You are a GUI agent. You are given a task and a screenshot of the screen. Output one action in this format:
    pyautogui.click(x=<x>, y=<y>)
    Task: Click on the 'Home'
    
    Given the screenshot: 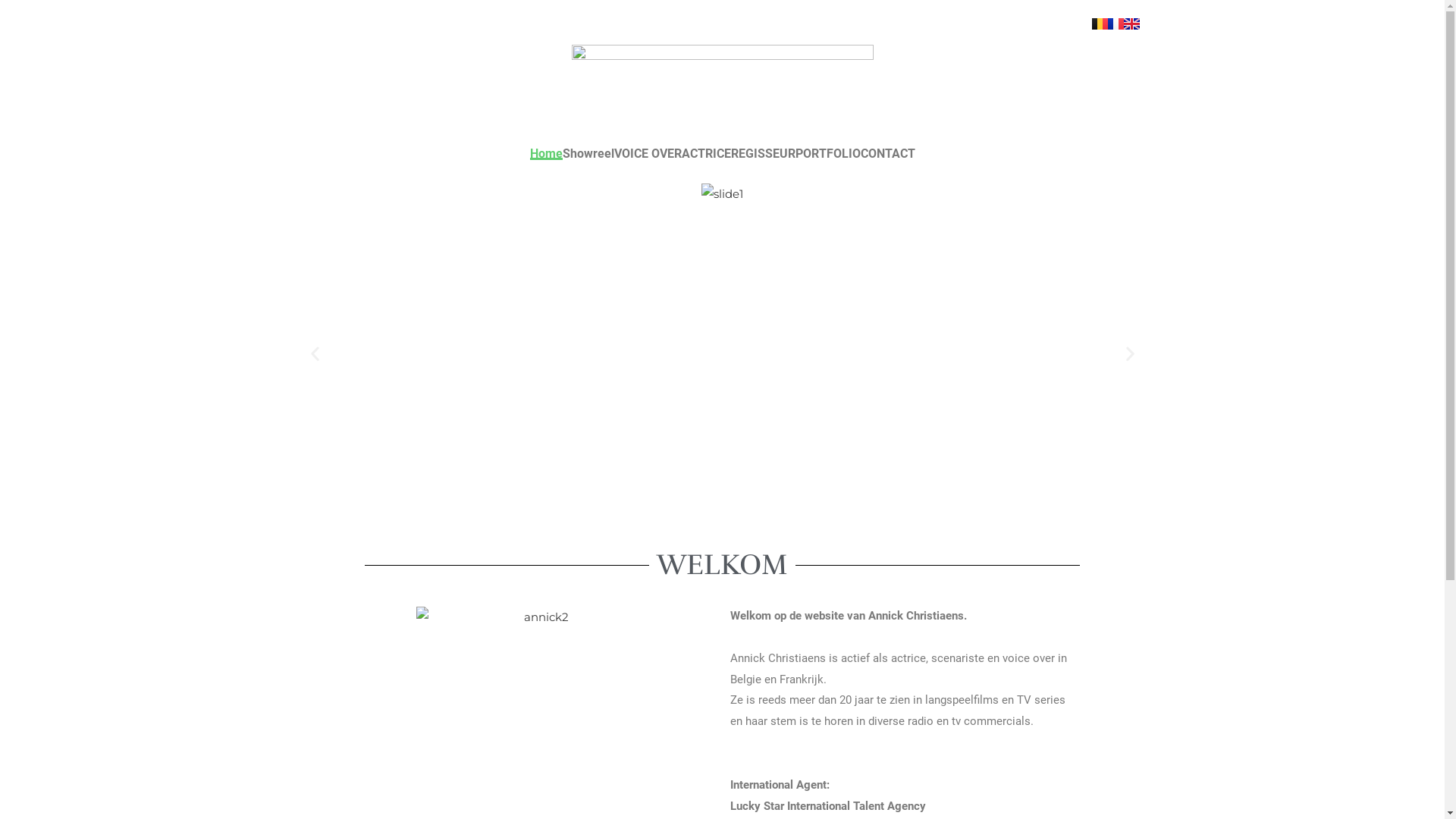 What is the action you would take?
    pyautogui.click(x=529, y=154)
    